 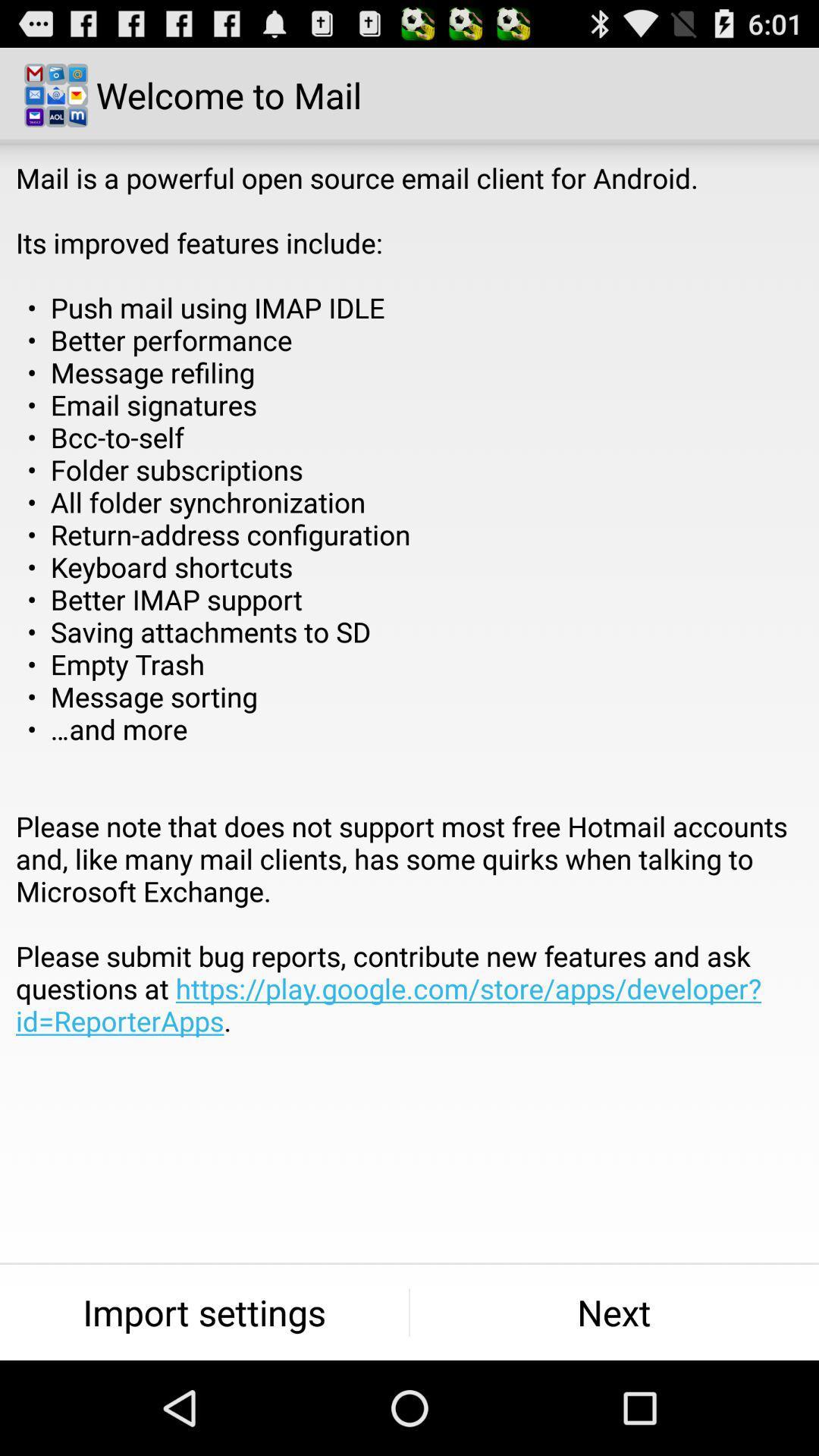 I want to click on the next item, so click(x=614, y=1312).